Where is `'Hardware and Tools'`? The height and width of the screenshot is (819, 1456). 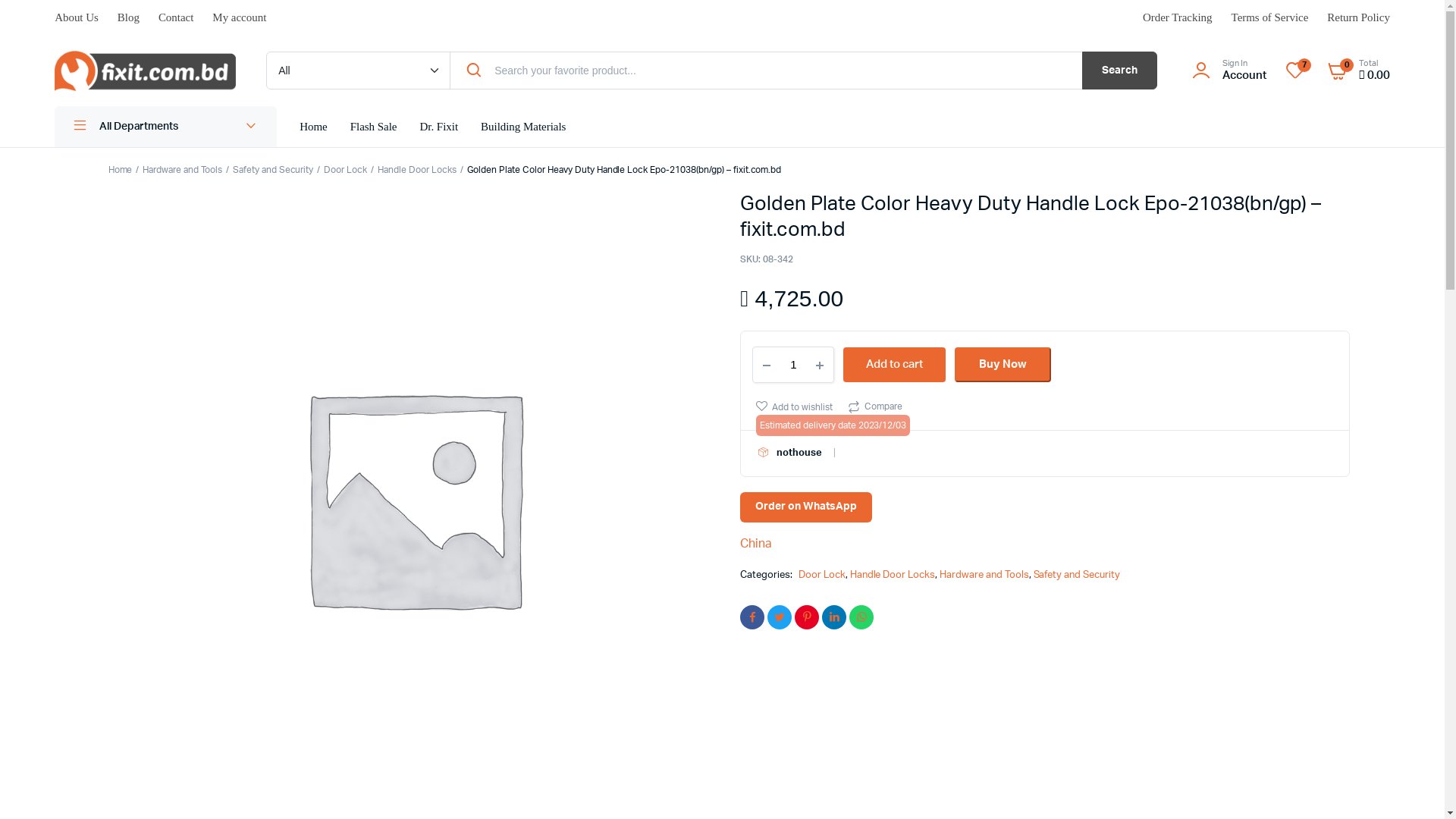
'Hardware and Tools' is located at coordinates (182, 169).